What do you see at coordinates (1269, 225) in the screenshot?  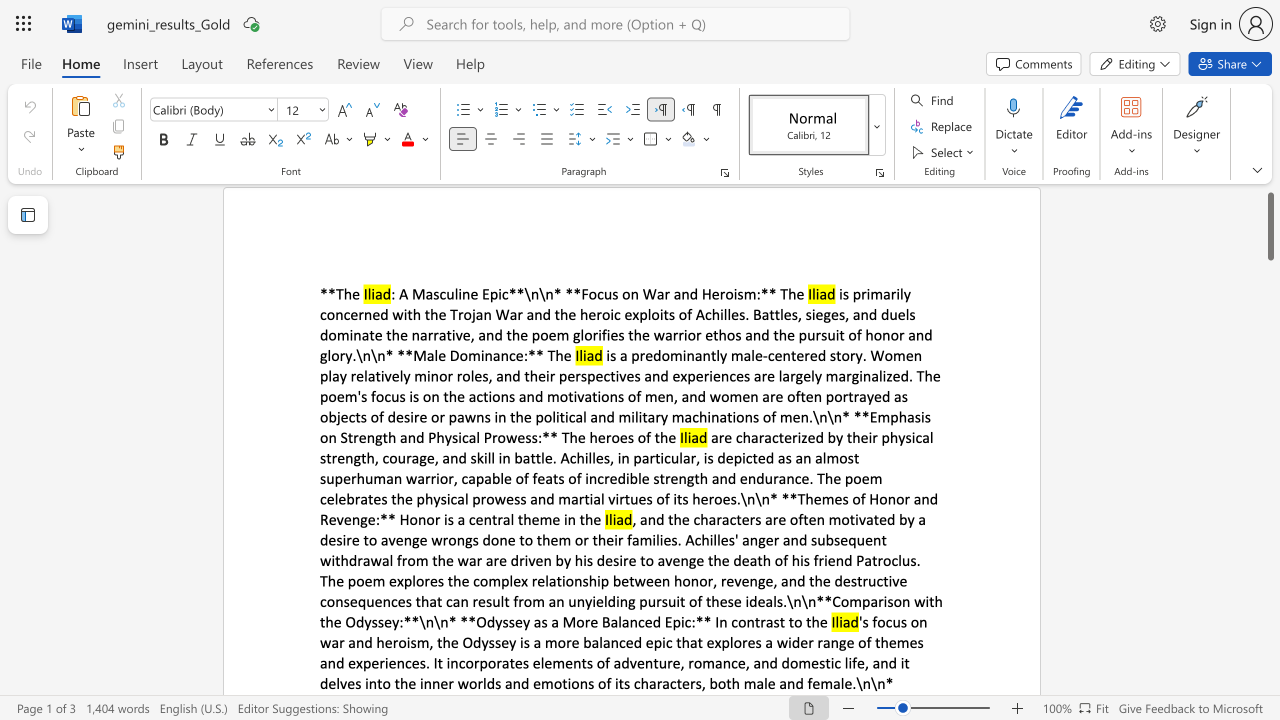 I see `the scrollbar and move down 1910 pixels` at bounding box center [1269, 225].